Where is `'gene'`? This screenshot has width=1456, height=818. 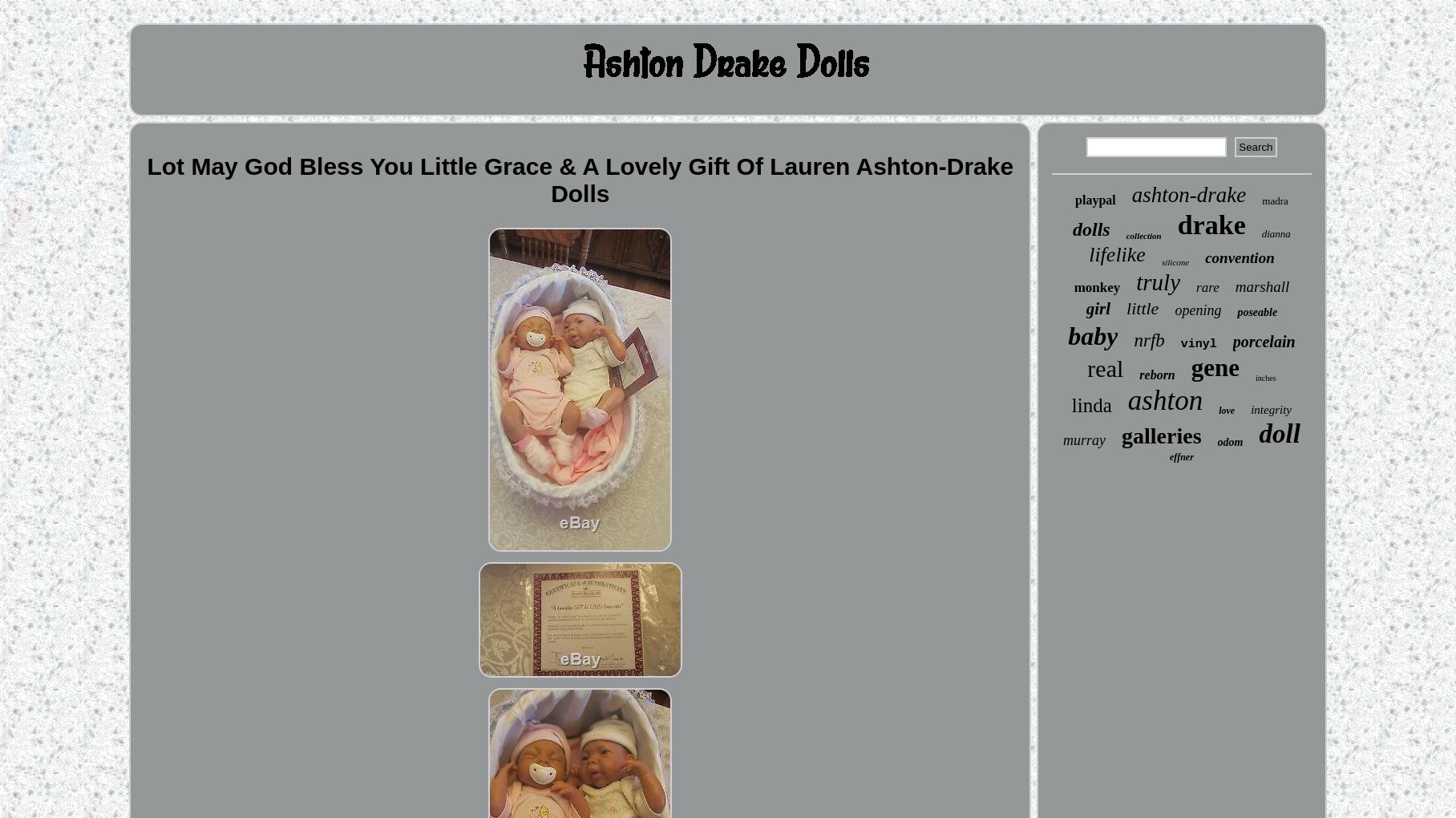 'gene' is located at coordinates (1190, 366).